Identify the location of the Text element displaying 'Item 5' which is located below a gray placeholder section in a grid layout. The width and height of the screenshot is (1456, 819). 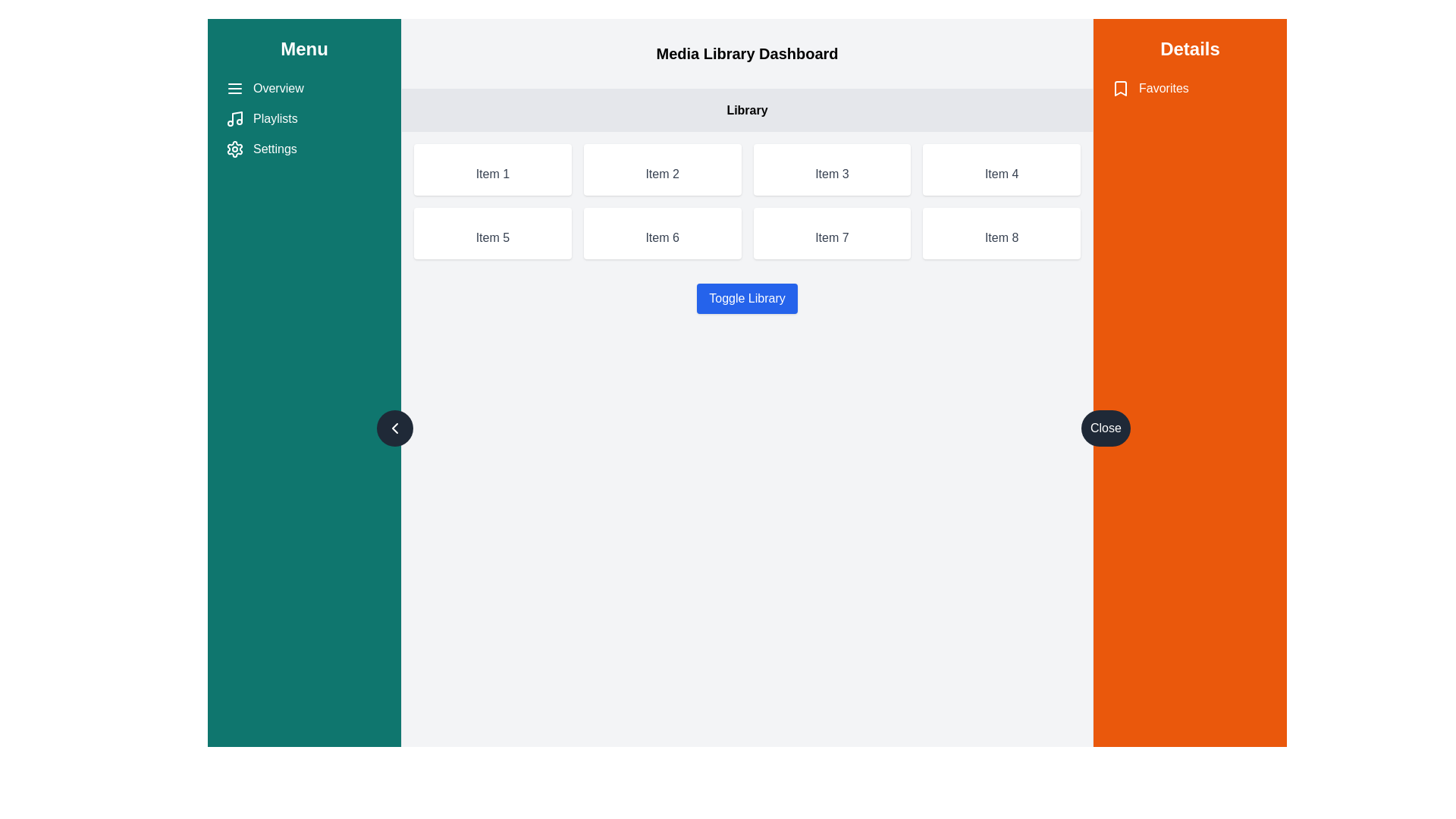
(492, 237).